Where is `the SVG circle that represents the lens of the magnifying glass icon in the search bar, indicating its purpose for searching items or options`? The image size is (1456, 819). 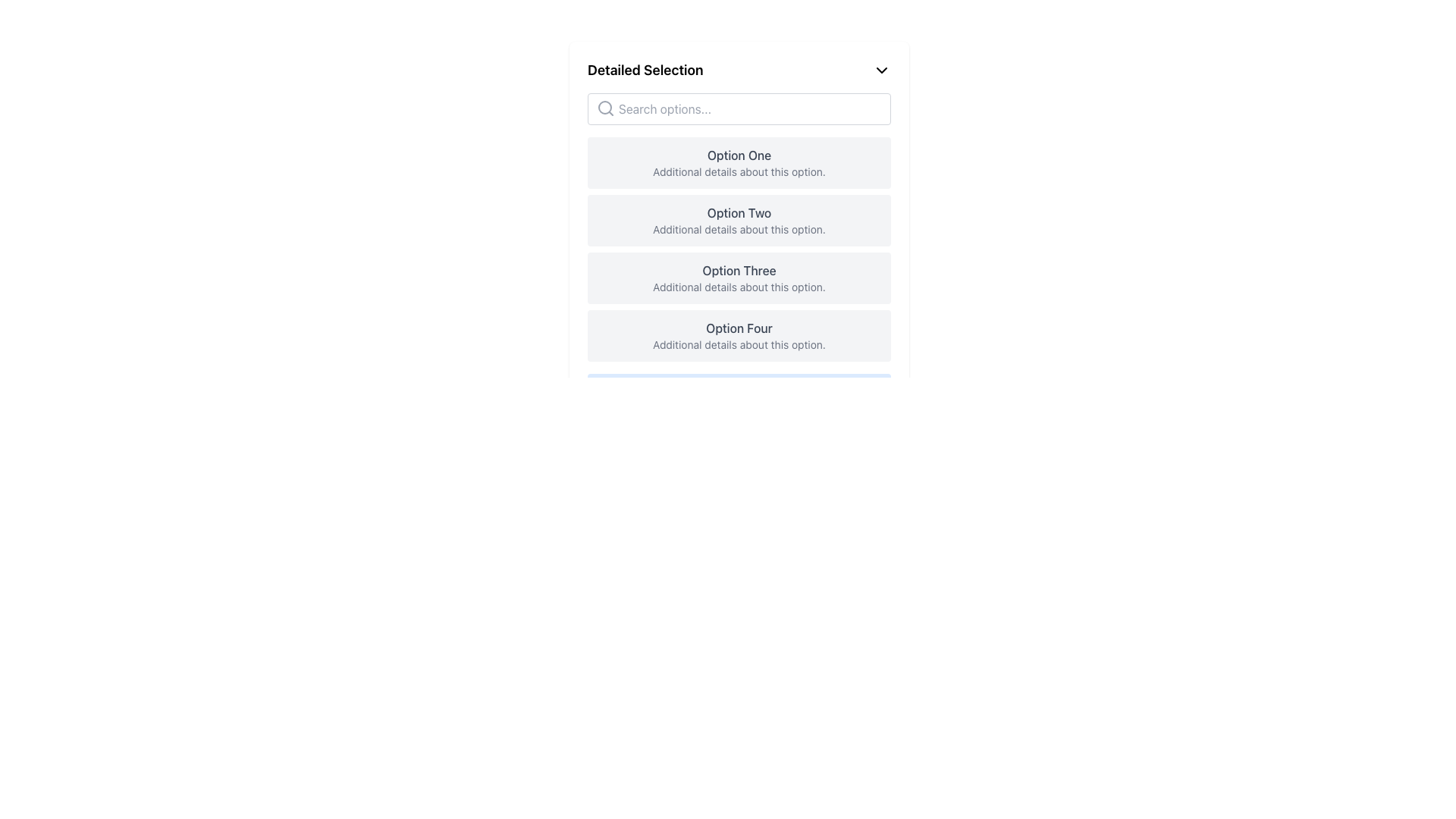 the SVG circle that represents the lens of the magnifying glass icon in the search bar, indicating its purpose for searching items or options is located at coordinates (604, 107).